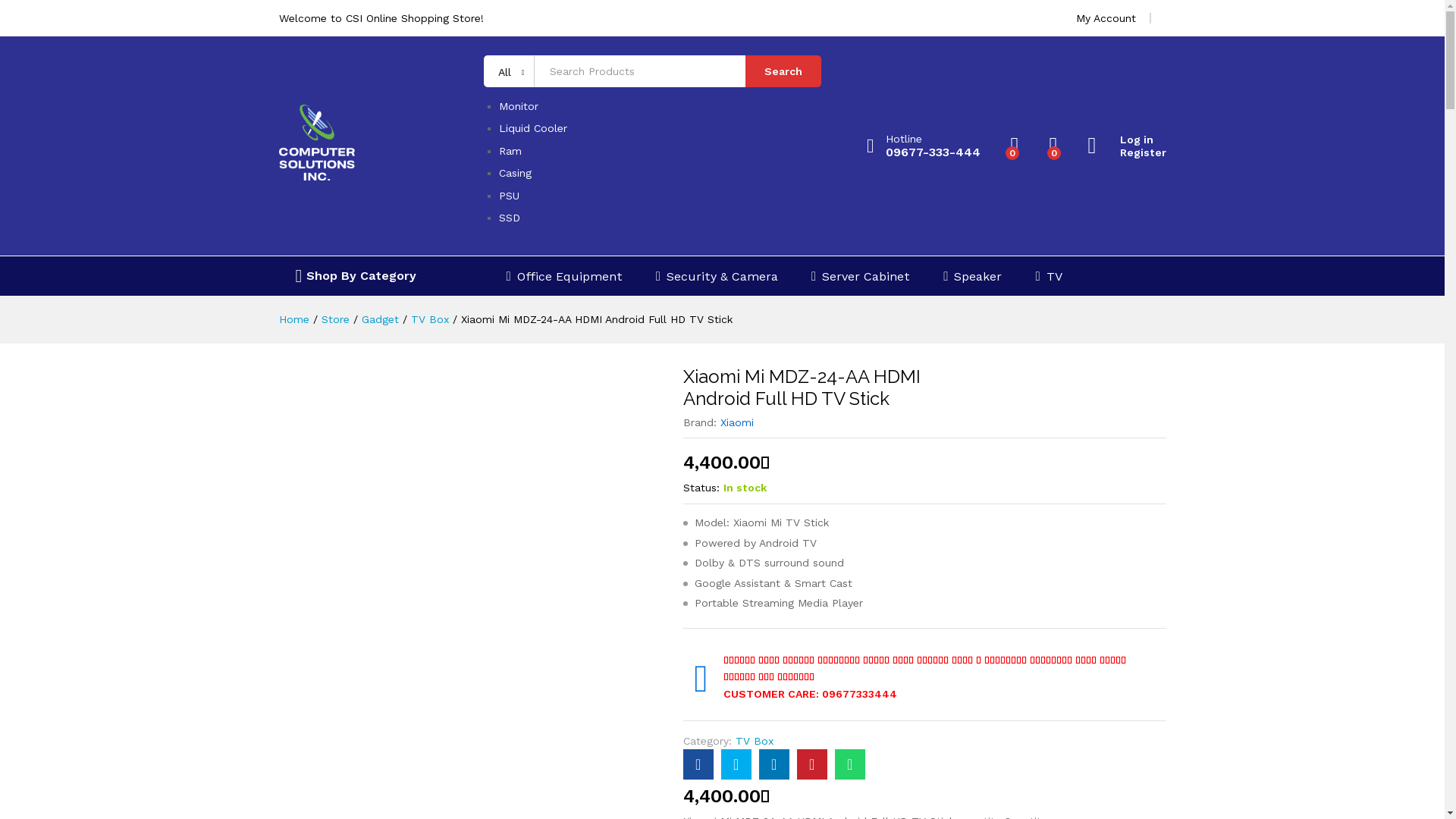 Image resolution: width=1456 pixels, height=819 pixels. I want to click on 'TV Box', so click(428, 318).